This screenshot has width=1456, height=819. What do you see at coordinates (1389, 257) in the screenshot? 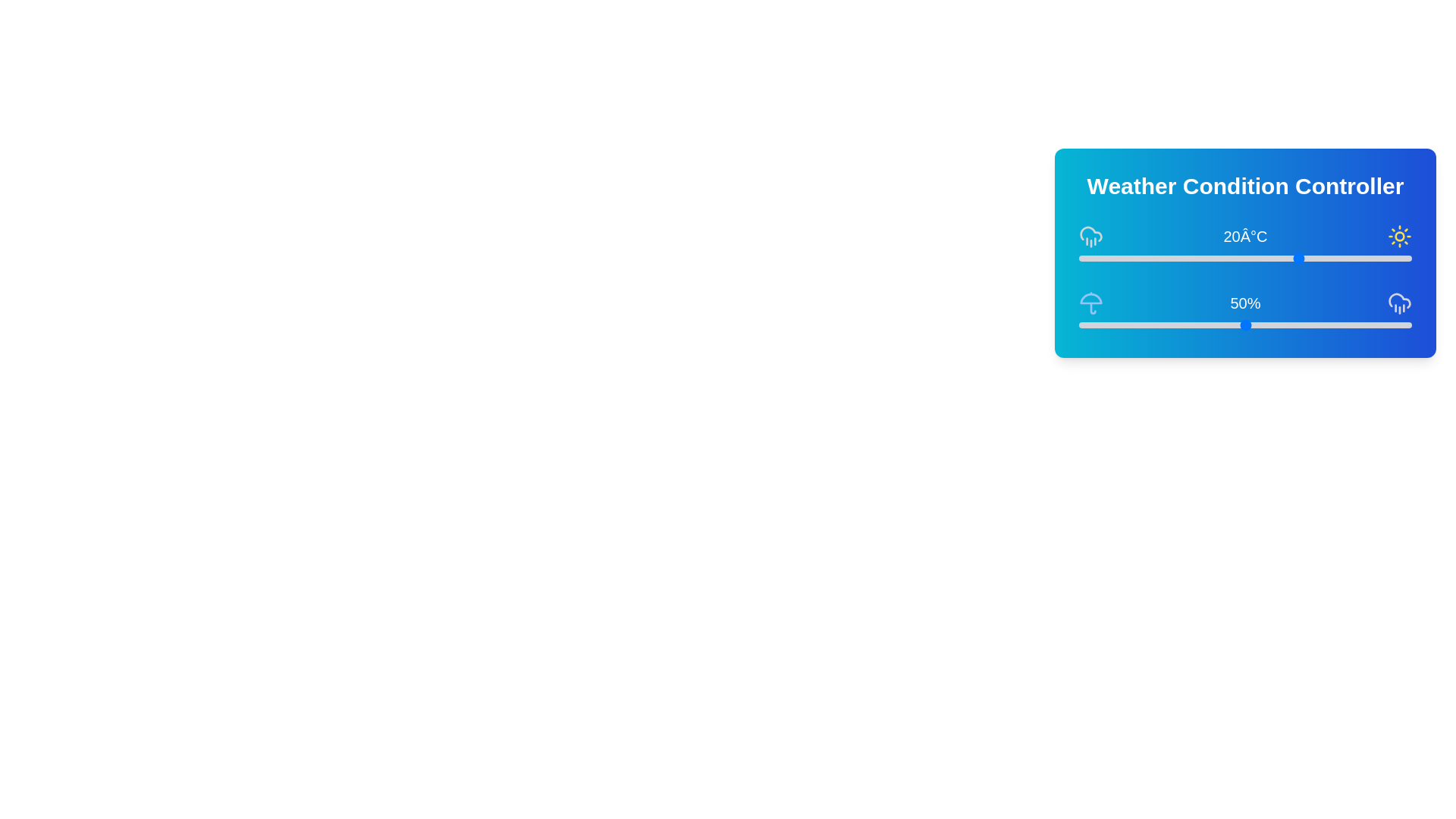
I see `the temperature slider to 36°C` at bounding box center [1389, 257].